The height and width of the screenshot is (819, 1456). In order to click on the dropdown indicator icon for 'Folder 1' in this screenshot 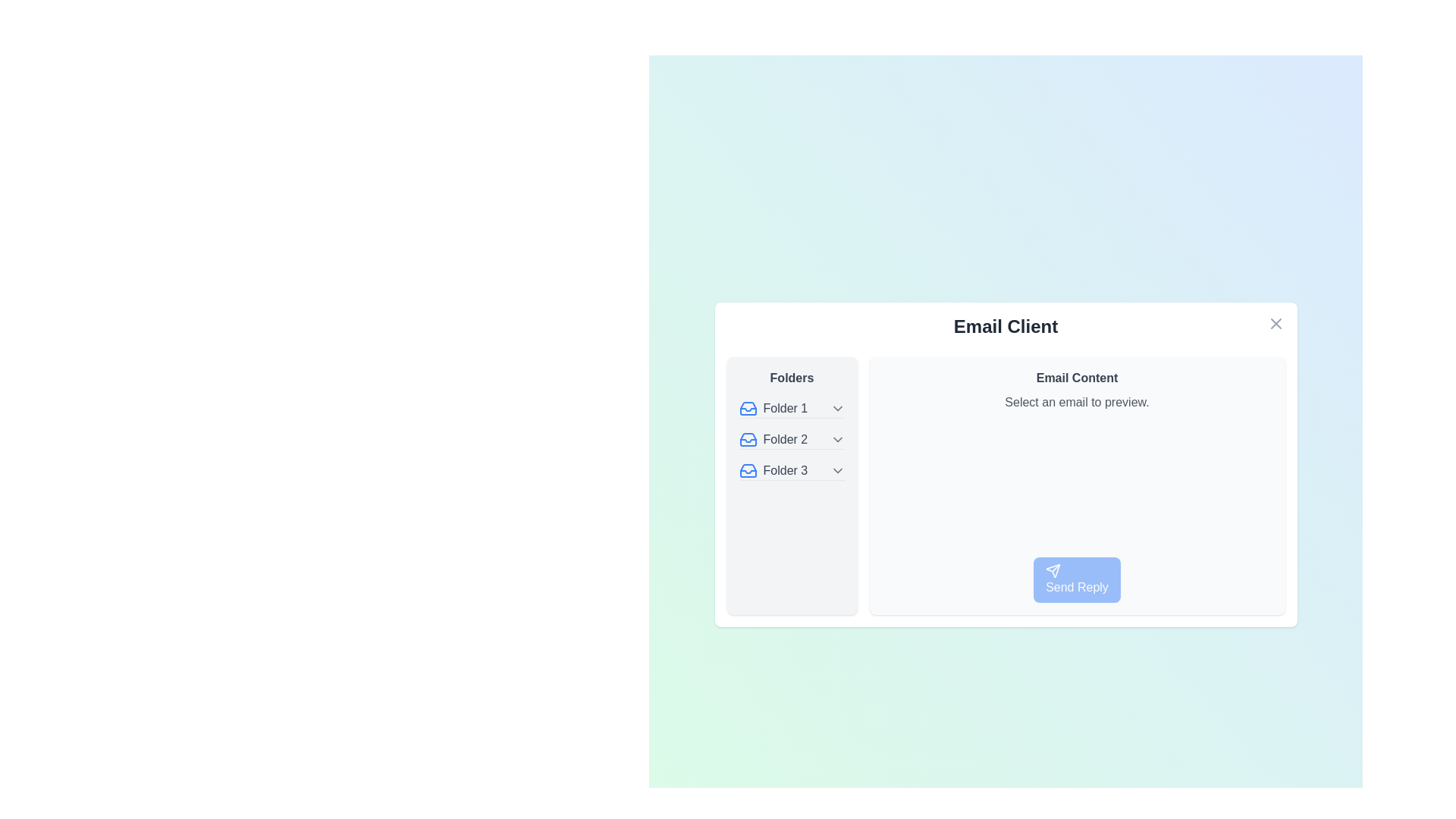, I will do `click(836, 408)`.